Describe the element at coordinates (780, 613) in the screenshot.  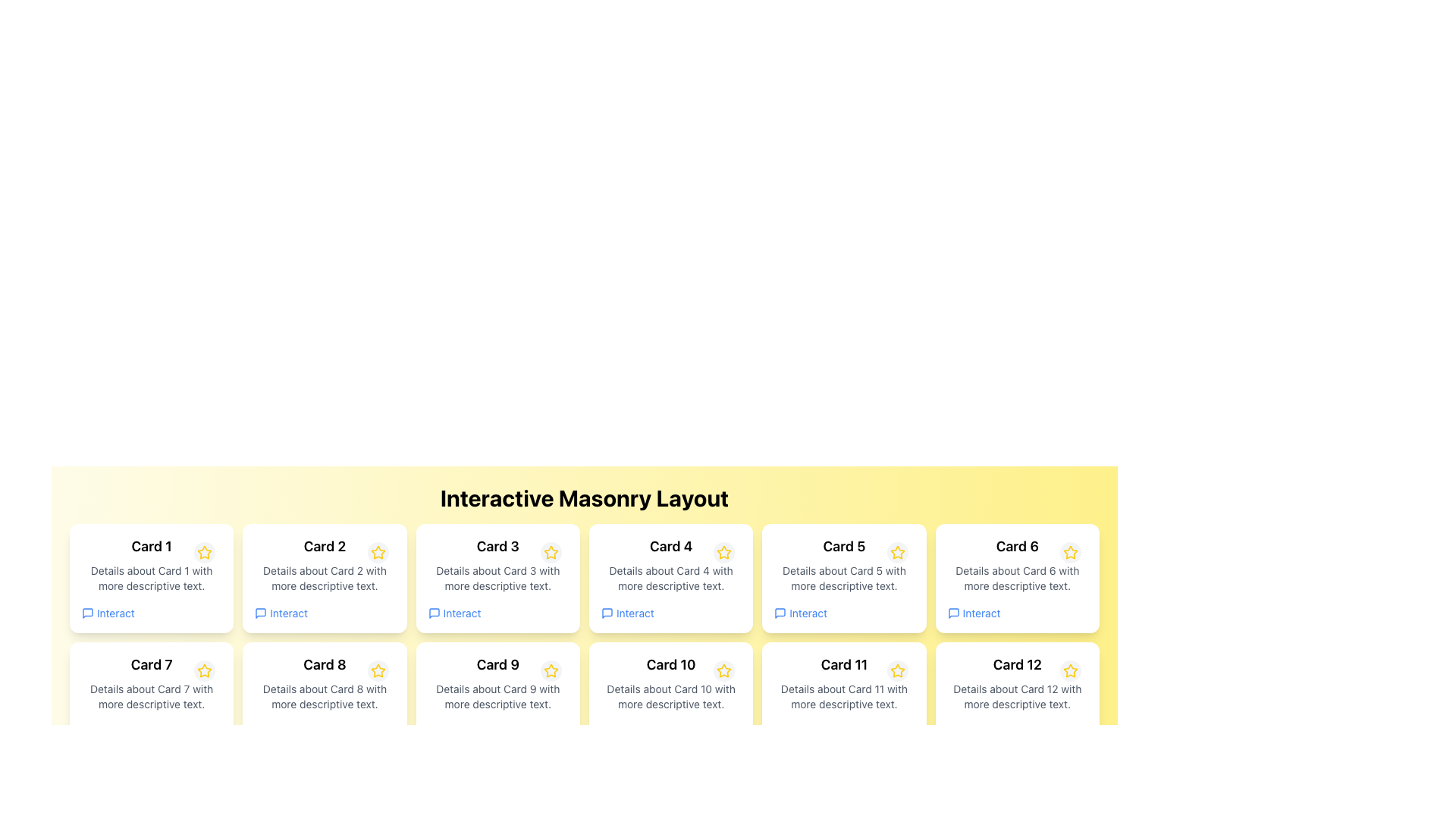
I see `the icon within the 'Interact' section of 'Card 5' located in the second row and third column, which symbolizes initiating or viewing interactions or messages` at that location.